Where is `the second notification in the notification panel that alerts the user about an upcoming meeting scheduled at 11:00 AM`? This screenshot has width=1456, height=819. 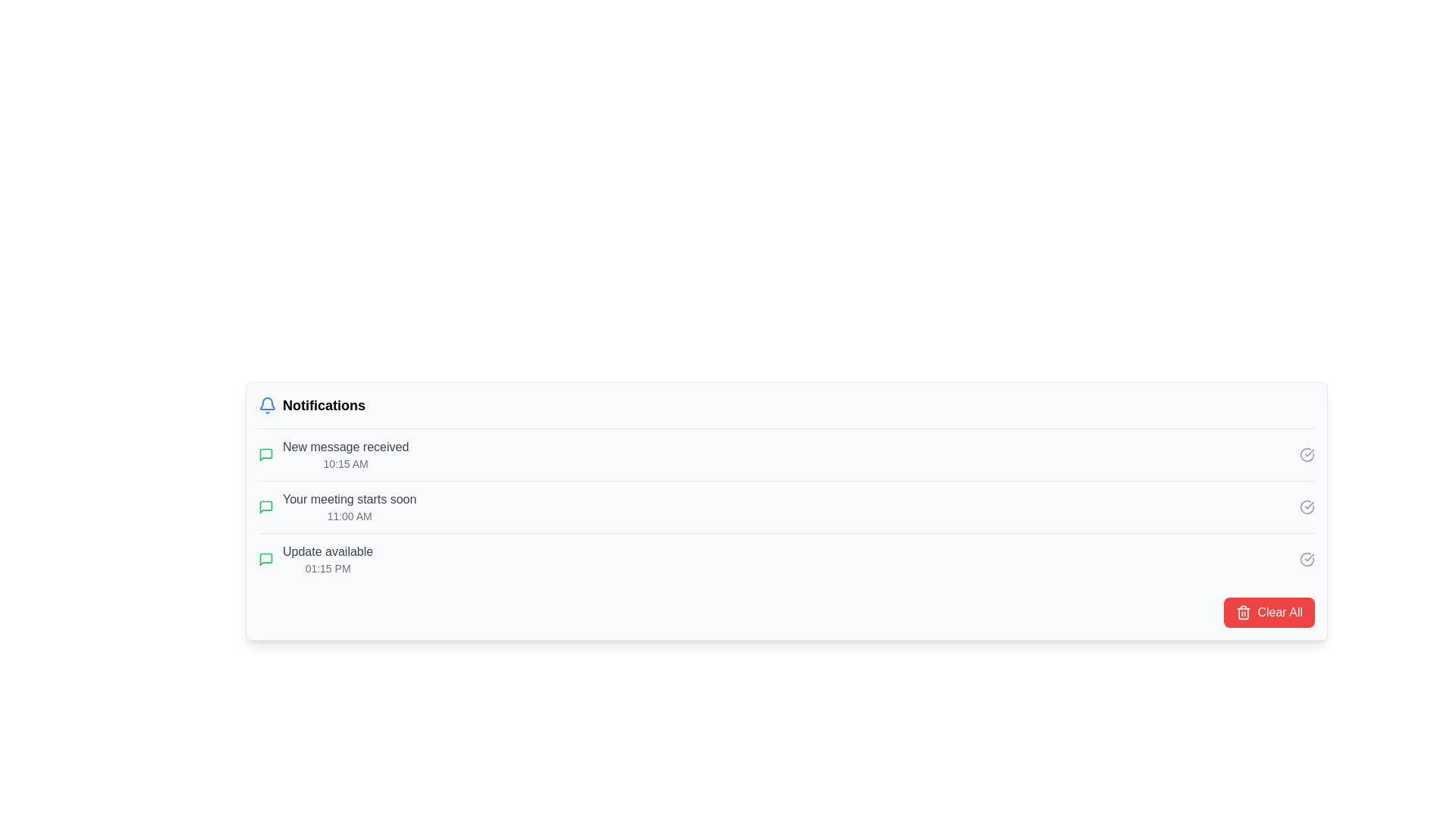
the second notification in the notification panel that alerts the user about an upcoming meeting scheduled at 11:00 AM is located at coordinates (786, 507).